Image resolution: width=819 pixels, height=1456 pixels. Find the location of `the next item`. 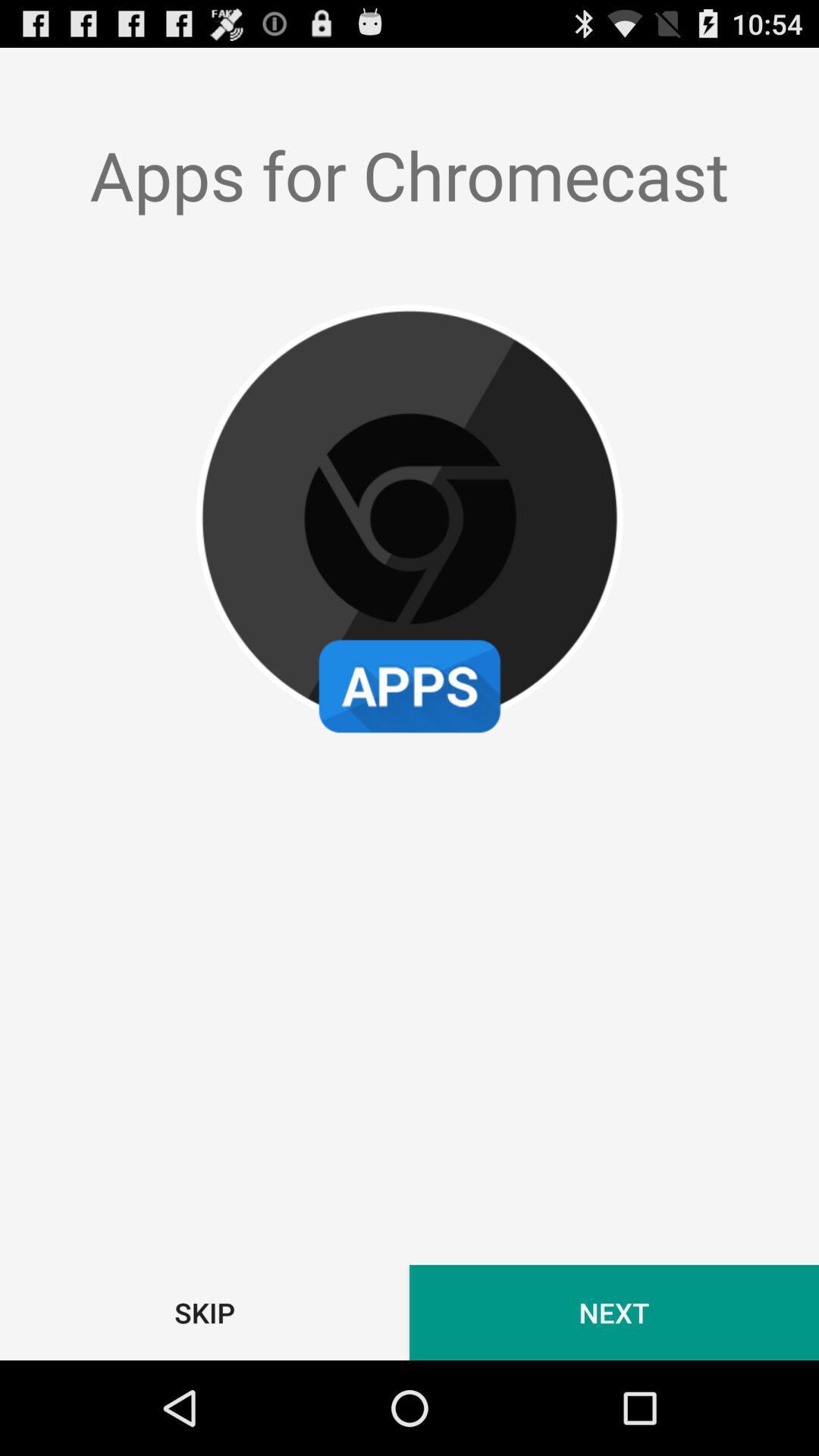

the next item is located at coordinates (614, 1312).